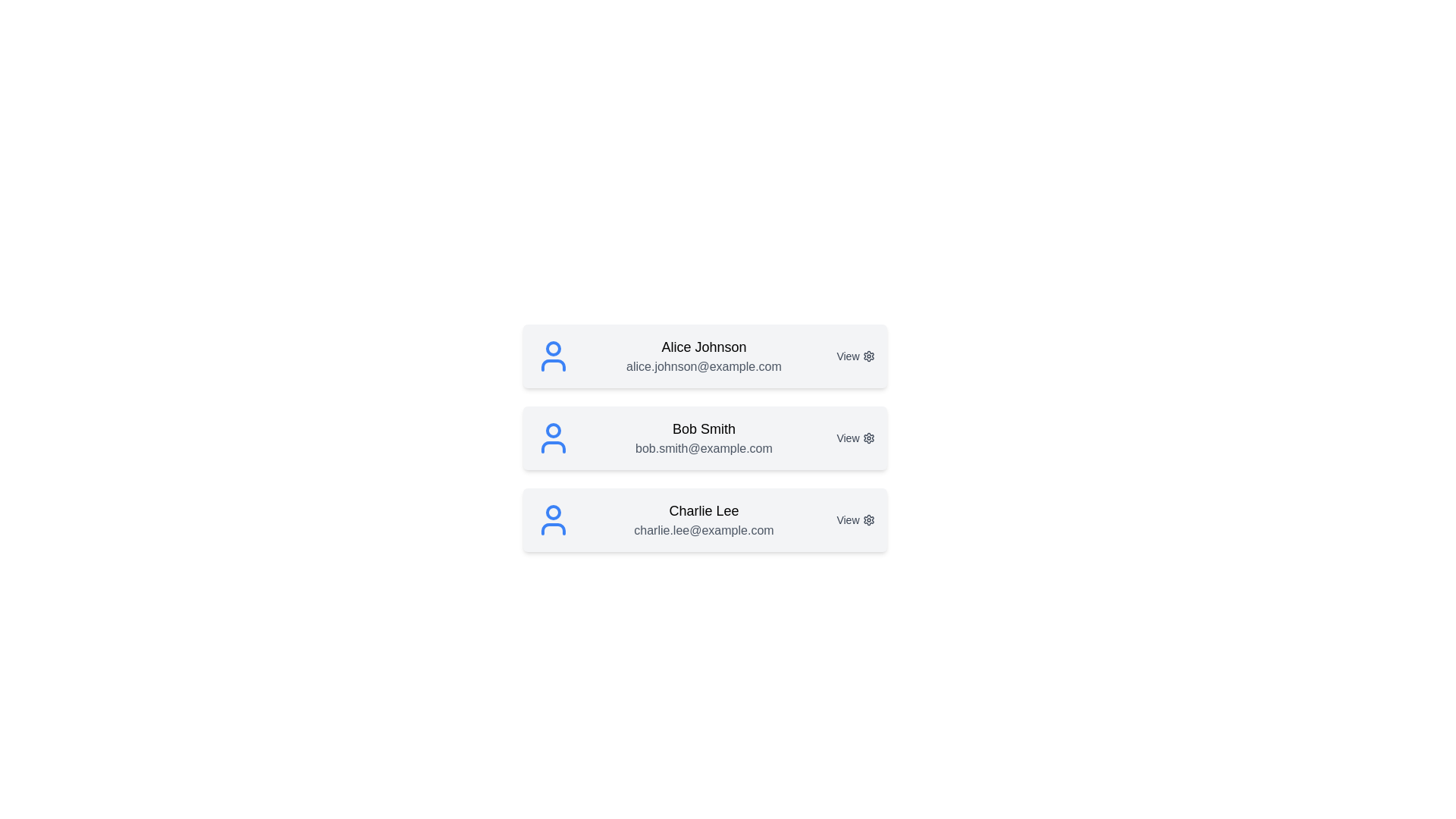 The width and height of the screenshot is (1456, 819). What do you see at coordinates (703, 347) in the screenshot?
I see `the text label displaying 'Alice Johnson', which is bold and positioned above the email address 'alice.johnson@example.com'` at bounding box center [703, 347].